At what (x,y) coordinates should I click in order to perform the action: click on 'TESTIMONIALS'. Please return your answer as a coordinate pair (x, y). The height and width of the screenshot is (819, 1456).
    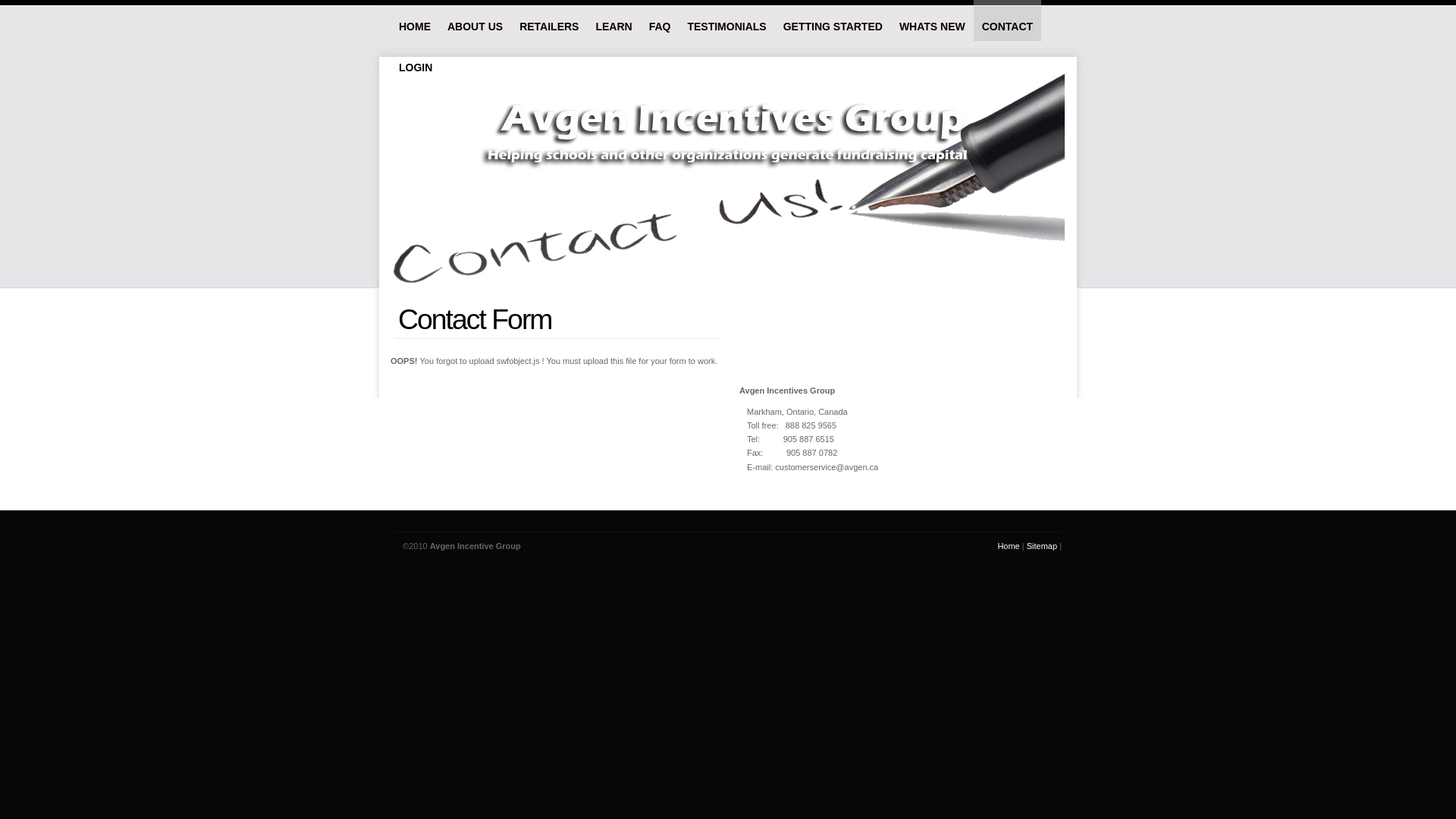
    Looking at the image, I should click on (726, 20).